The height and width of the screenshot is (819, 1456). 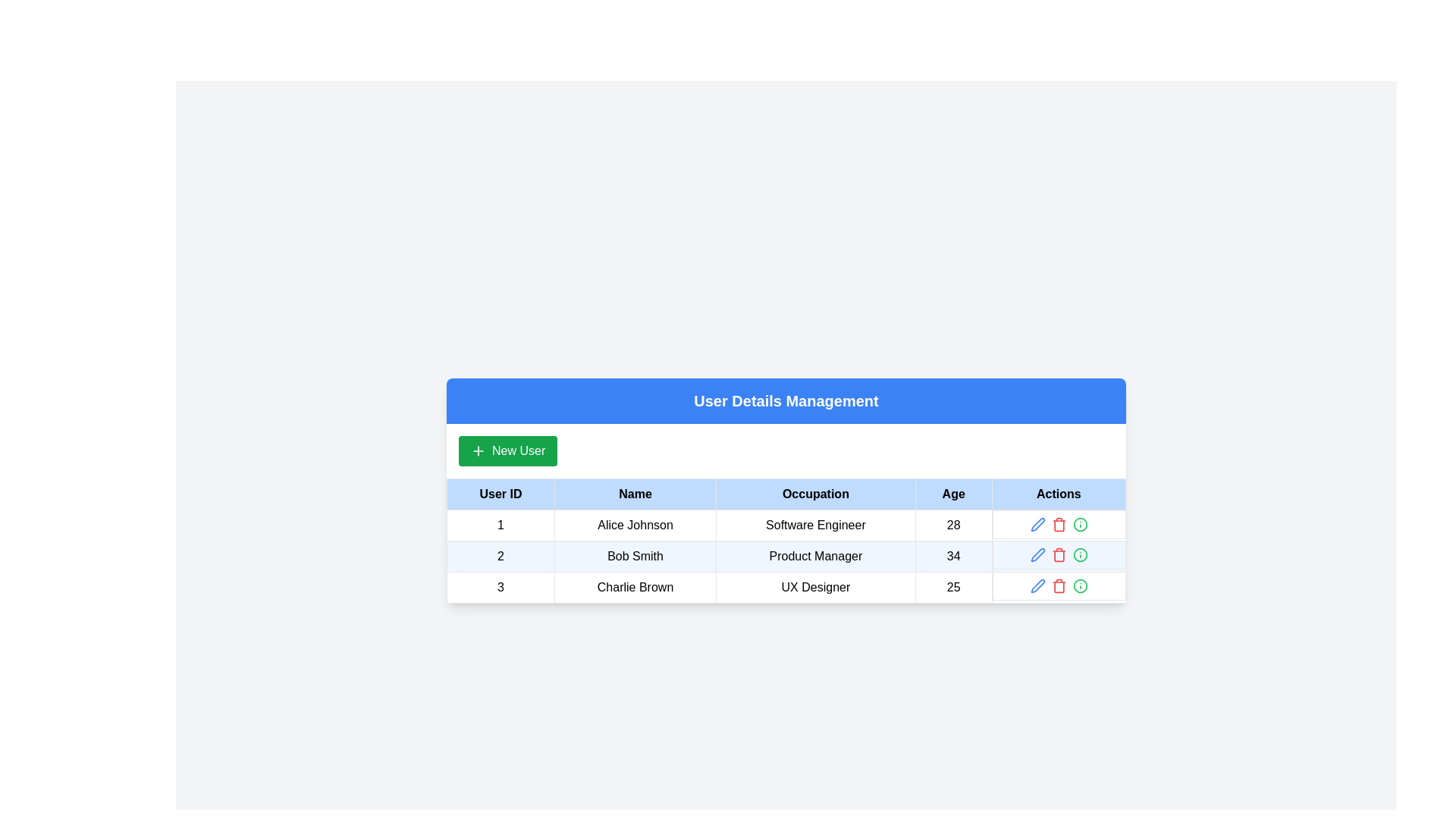 What do you see at coordinates (500, 556) in the screenshot?
I see `the text label displaying the unique identifier (ID) of the second user, 'Bob Smith', in the first column of the second row of the table under 'User Details Management'` at bounding box center [500, 556].